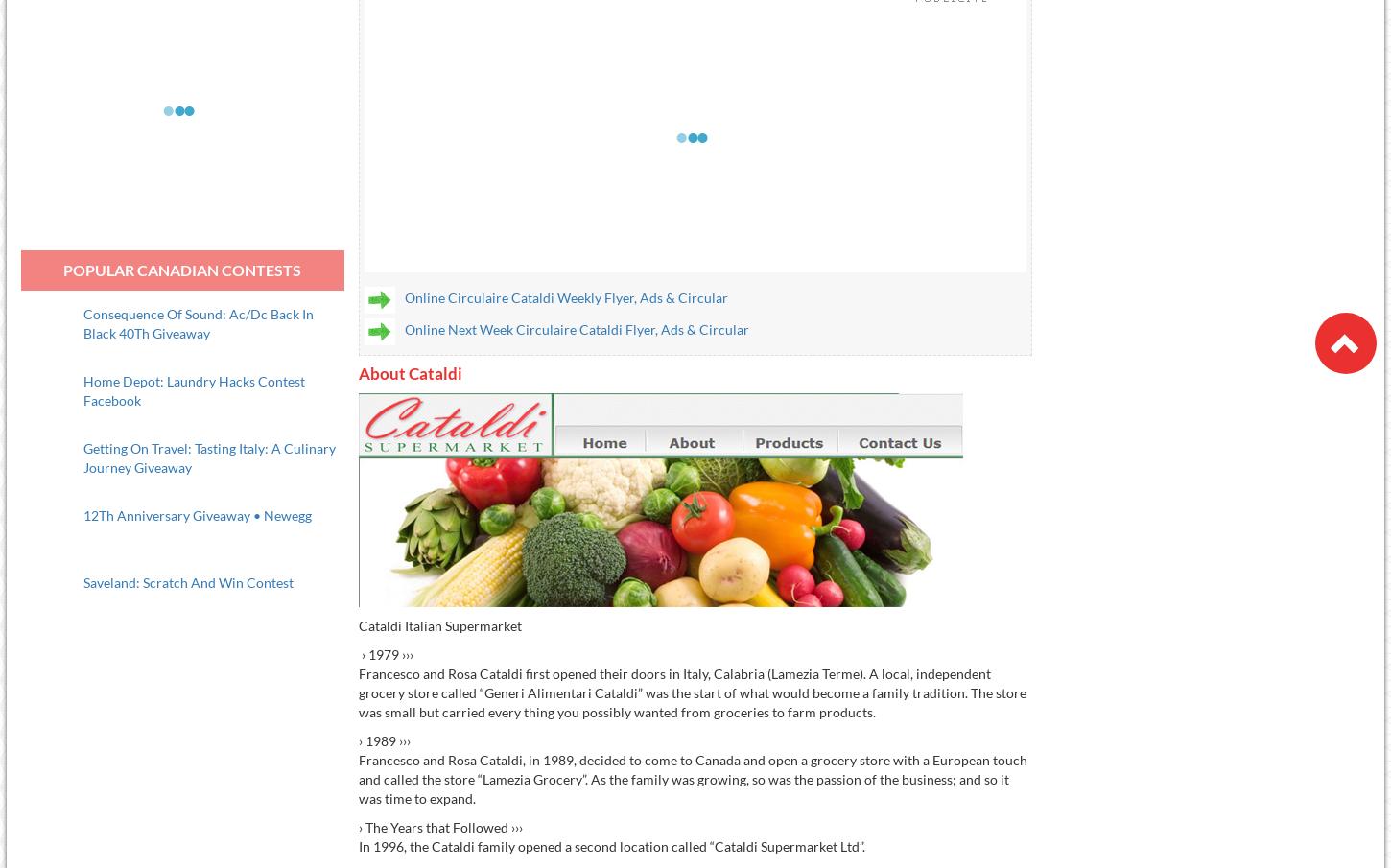  I want to click on 'In 1996, the Cataldi family opened a second location called “Cataldi Supermarket Ltd”.', so click(609, 845).